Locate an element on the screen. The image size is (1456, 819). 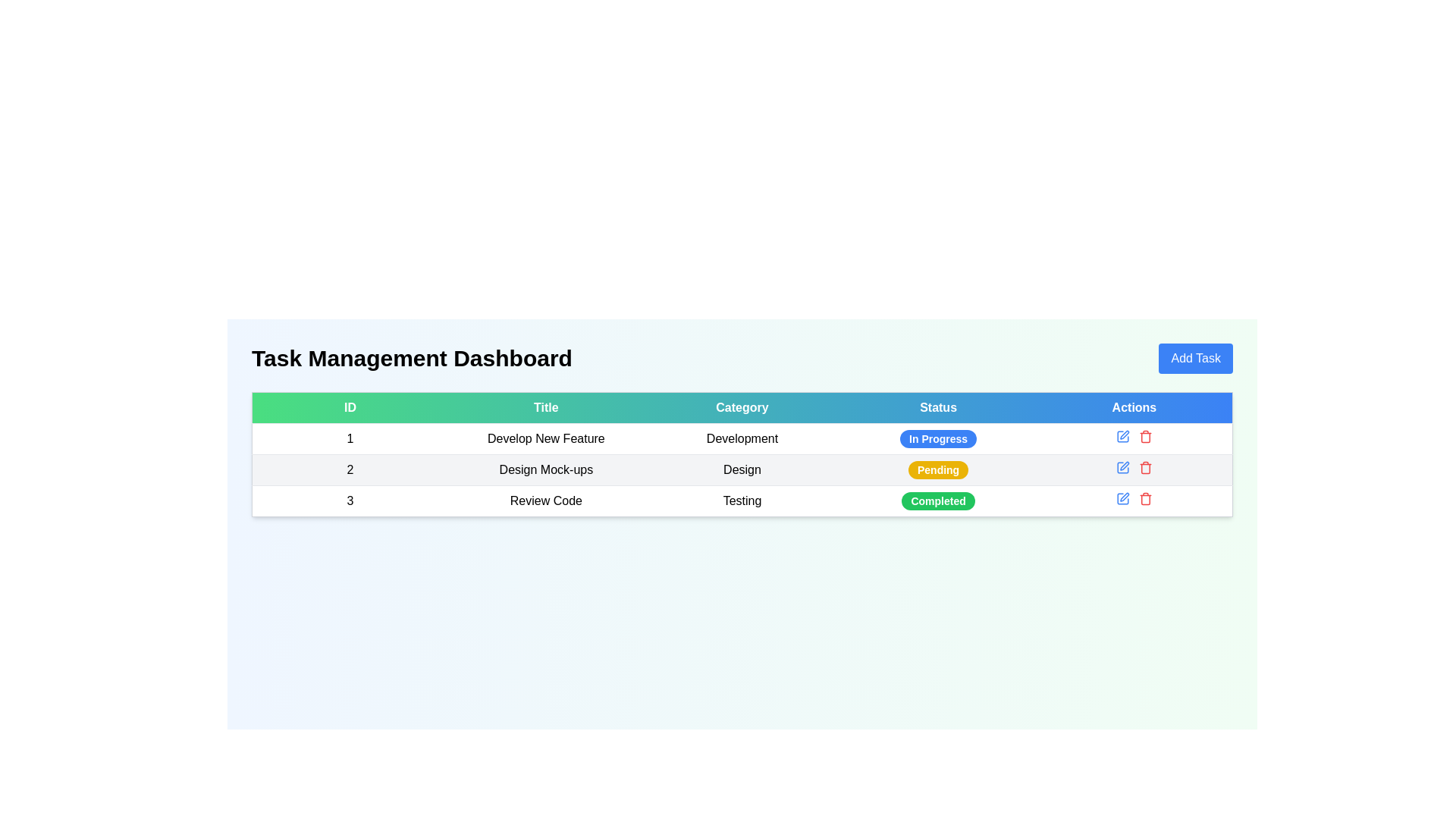
the red trash/delete icon in the 'Actions' column of the second row ('Design Mock-ups') in the task management dashboard is located at coordinates (1145, 468).